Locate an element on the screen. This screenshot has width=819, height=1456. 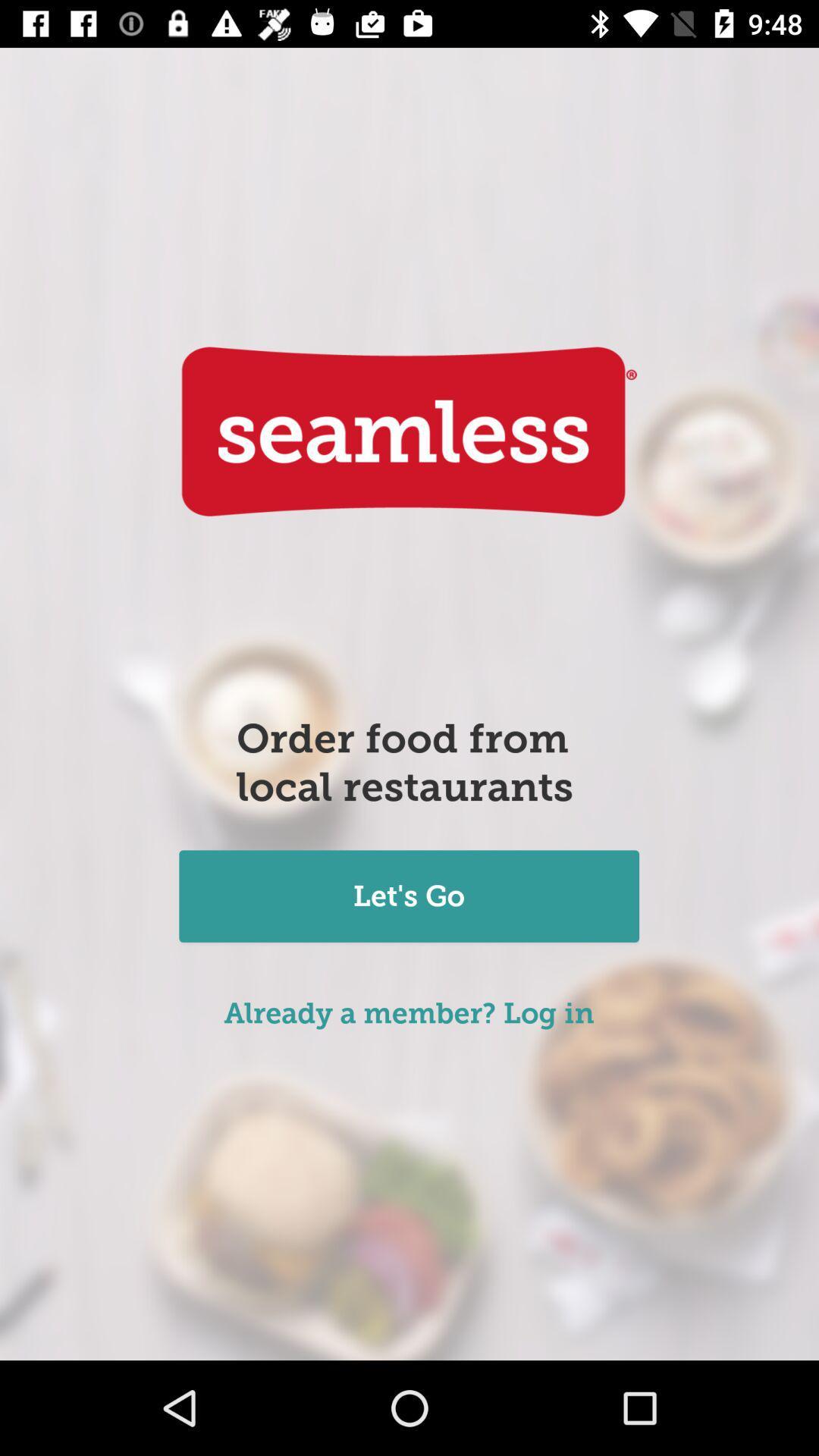
icon below the let's go item is located at coordinates (408, 1013).